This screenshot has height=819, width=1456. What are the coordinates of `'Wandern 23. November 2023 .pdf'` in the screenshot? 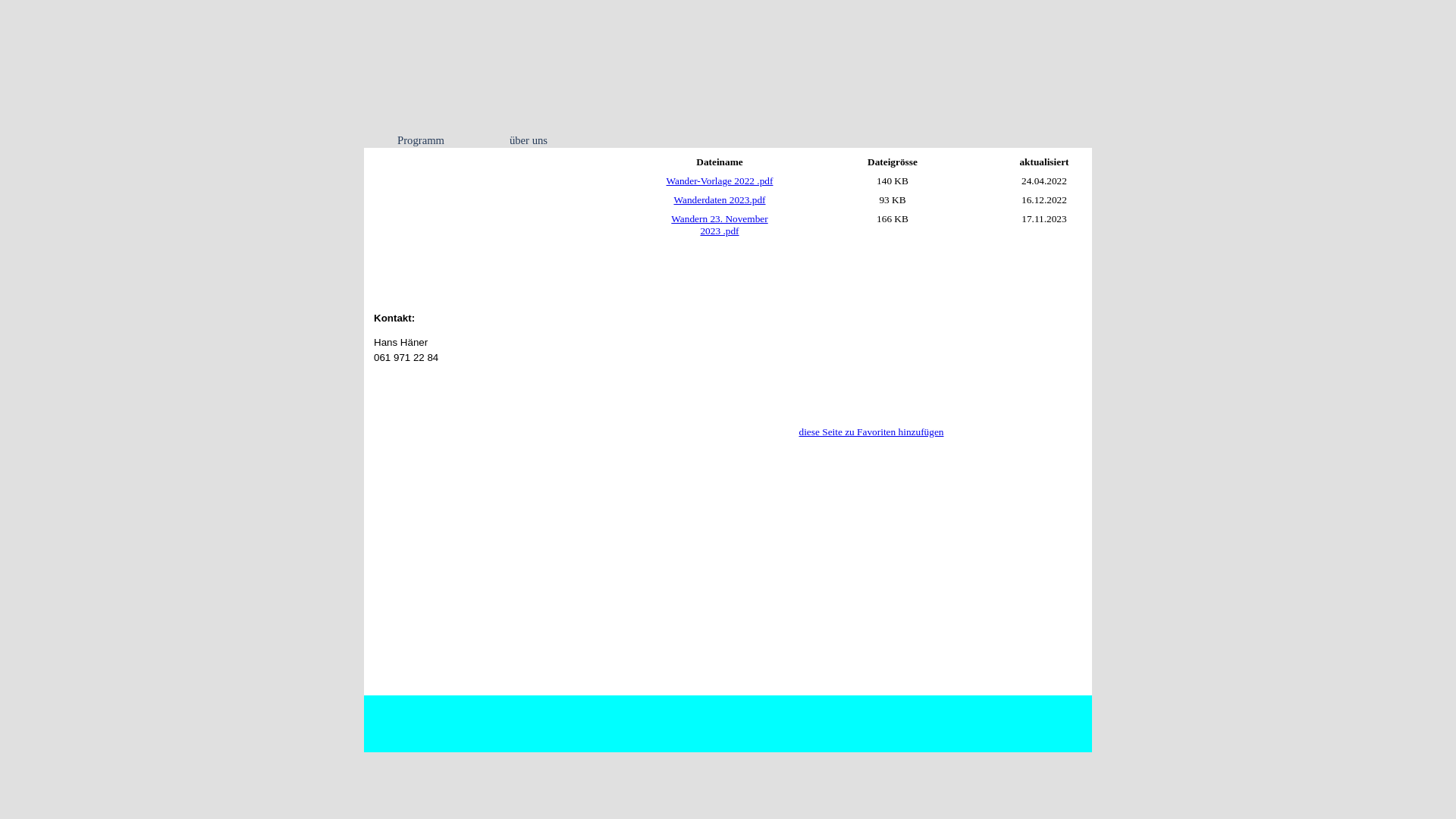 It's located at (718, 224).